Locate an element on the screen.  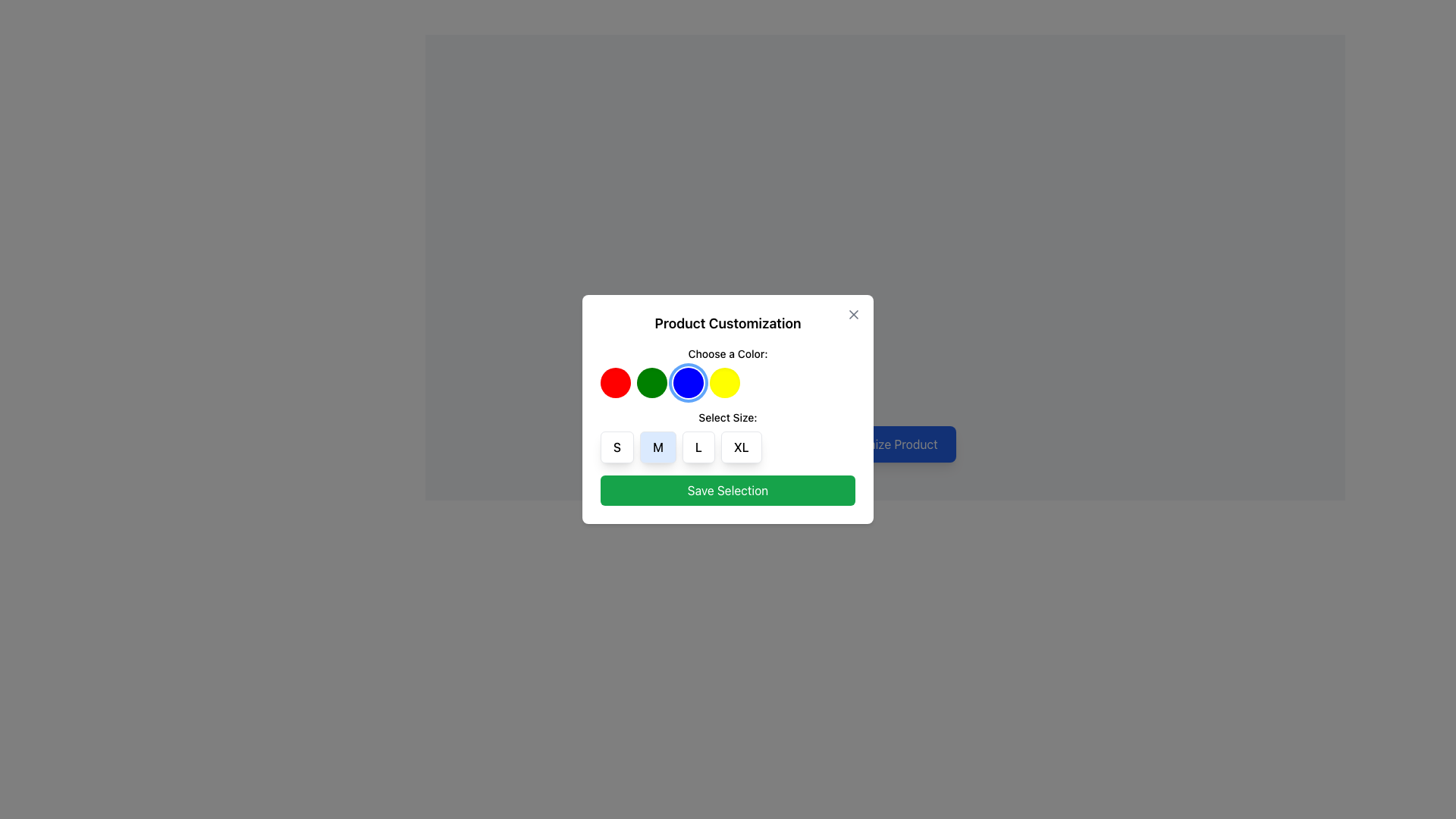
the rightmost circular button with a yellow background in the row of color selection buttons to choose the yellow color is located at coordinates (723, 382).